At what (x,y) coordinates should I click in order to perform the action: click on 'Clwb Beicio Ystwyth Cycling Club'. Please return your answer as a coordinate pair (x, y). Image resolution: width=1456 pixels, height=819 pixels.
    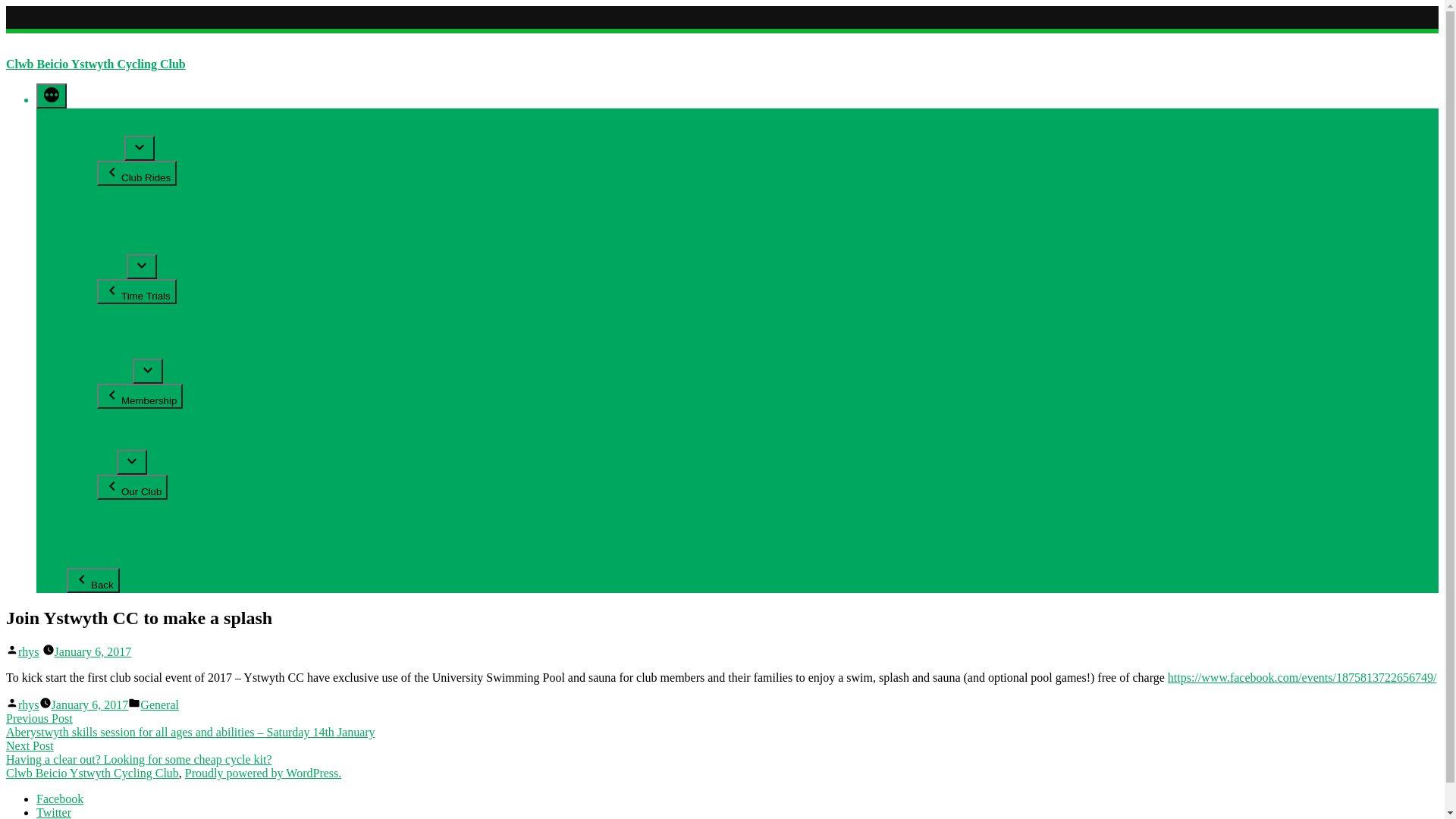
    Looking at the image, I should click on (95, 63).